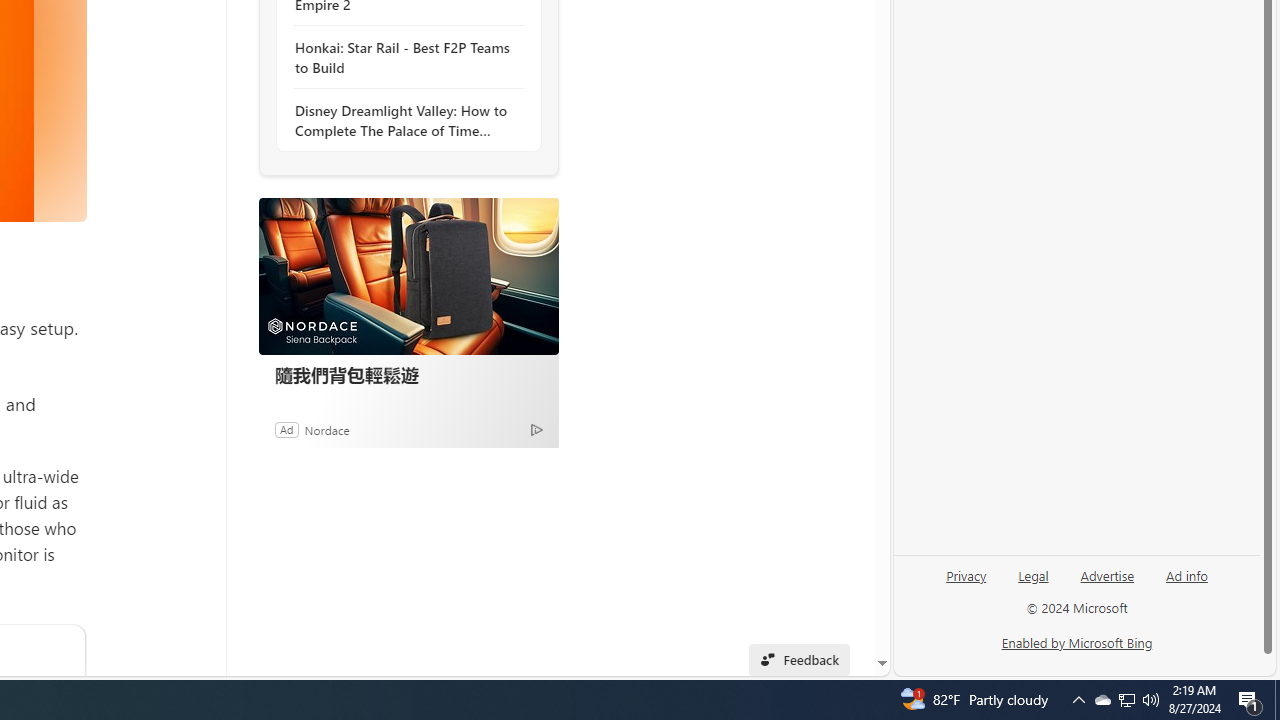 The width and height of the screenshot is (1280, 720). I want to click on 'Advertise', so click(1106, 583).